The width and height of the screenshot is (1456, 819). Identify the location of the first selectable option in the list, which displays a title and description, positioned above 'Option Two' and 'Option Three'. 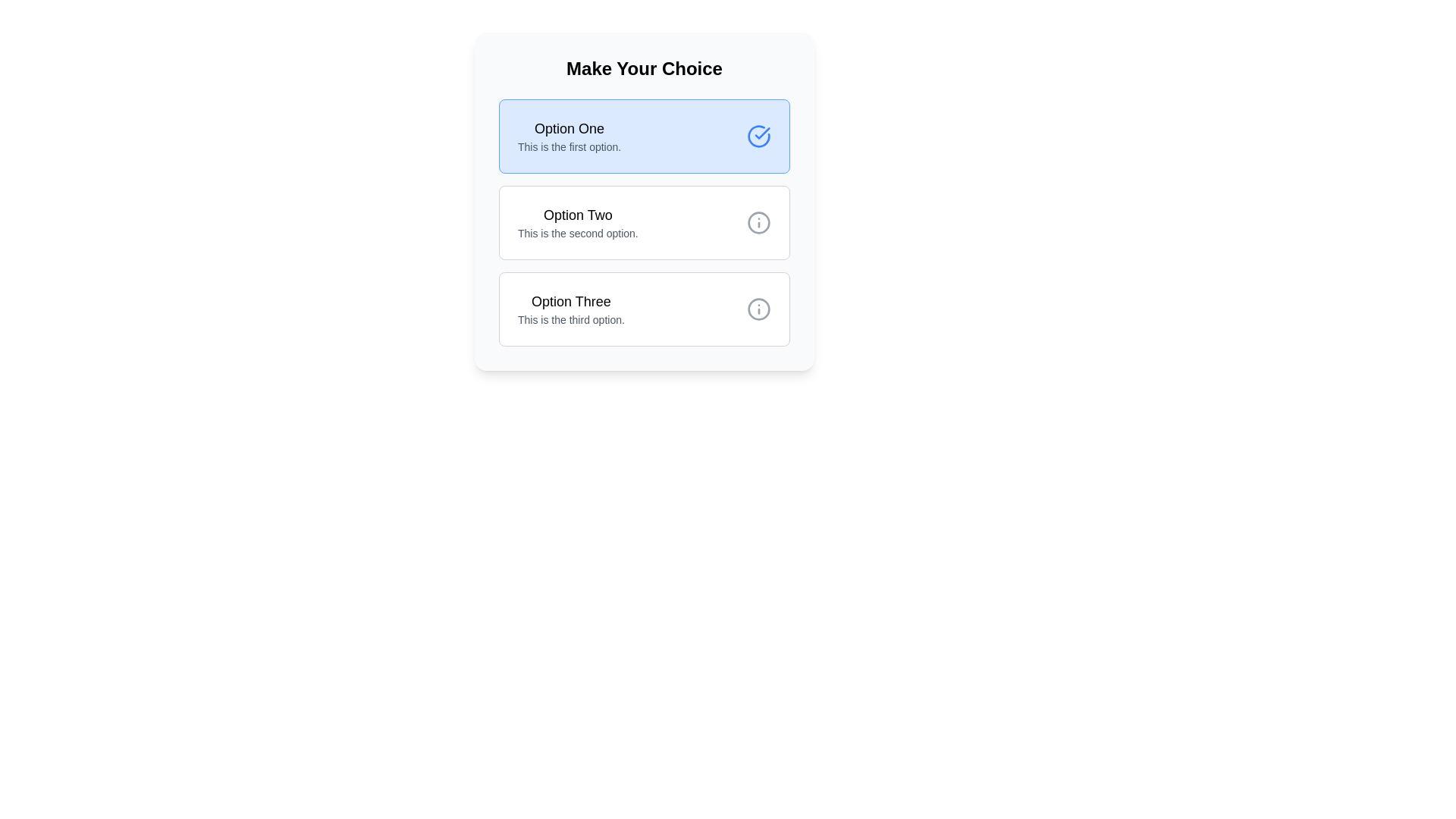
(644, 136).